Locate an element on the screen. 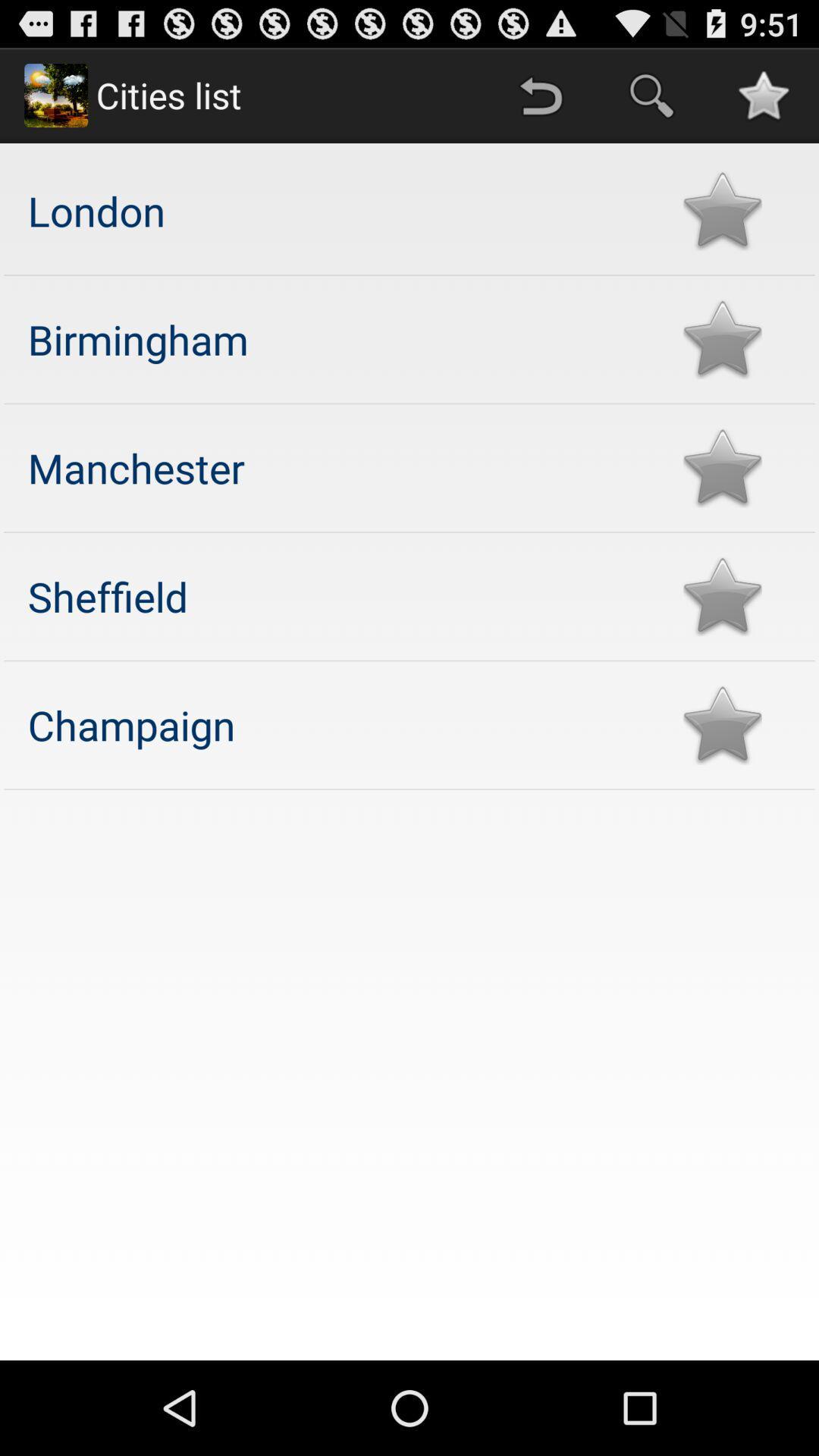 The image size is (819, 1456). the birmingham icon is located at coordinates (340, 338).